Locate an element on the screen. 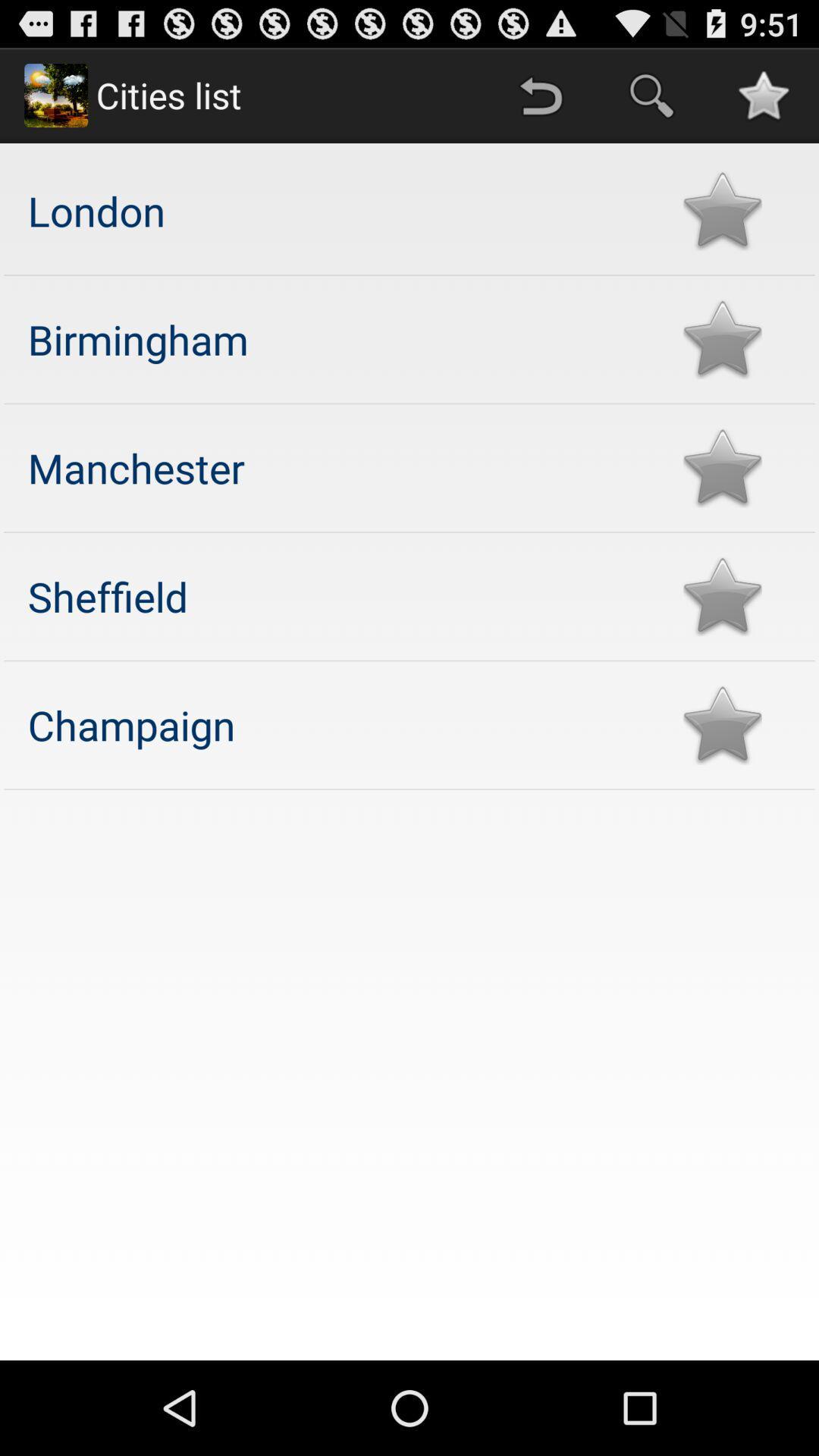 The image size is (819, 1456). the birmingham icon is located at coordinates (340, 338).